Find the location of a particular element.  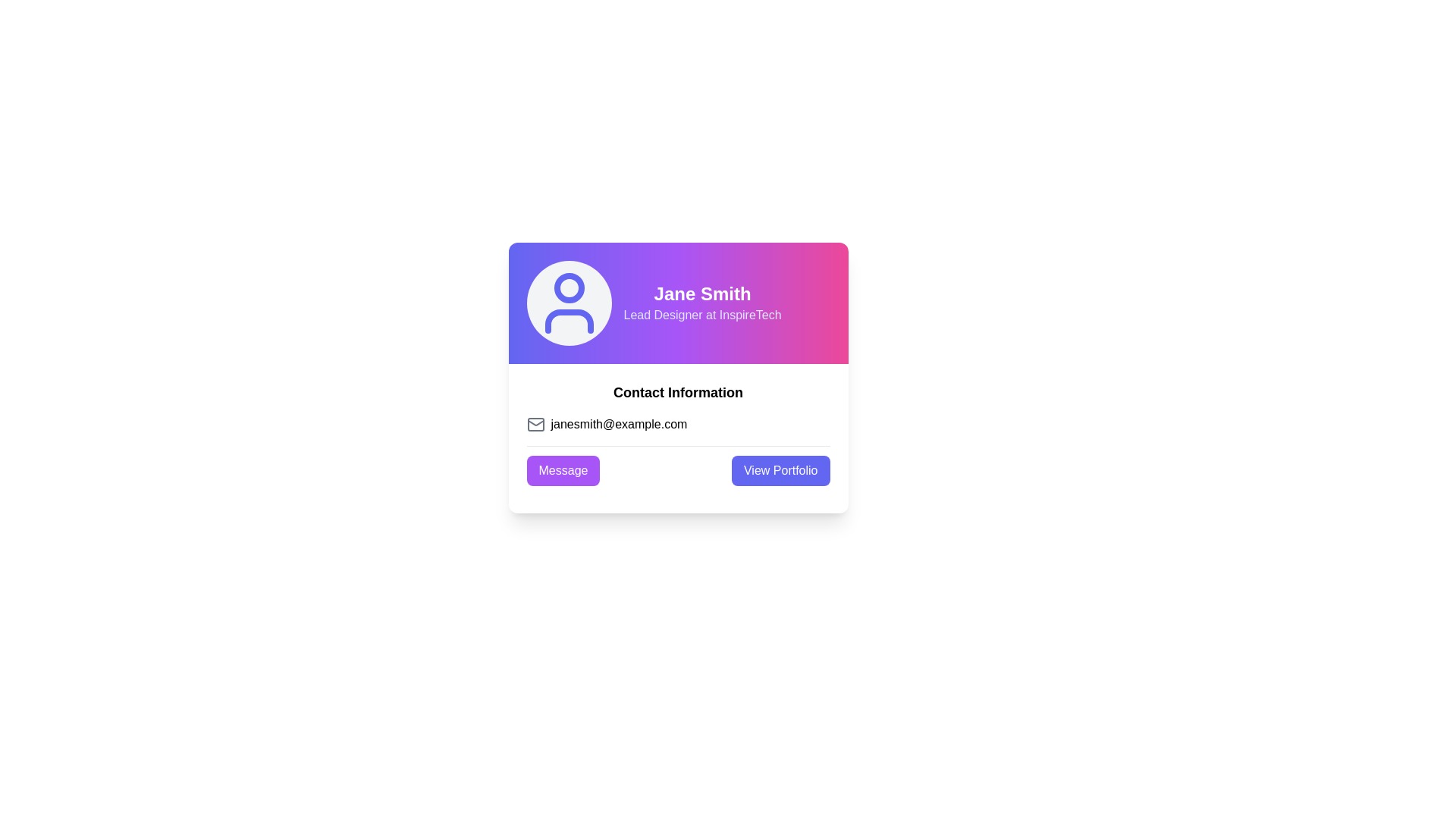

the portfolio button located on the right side below the email address section is located at coordinates (780, 470).